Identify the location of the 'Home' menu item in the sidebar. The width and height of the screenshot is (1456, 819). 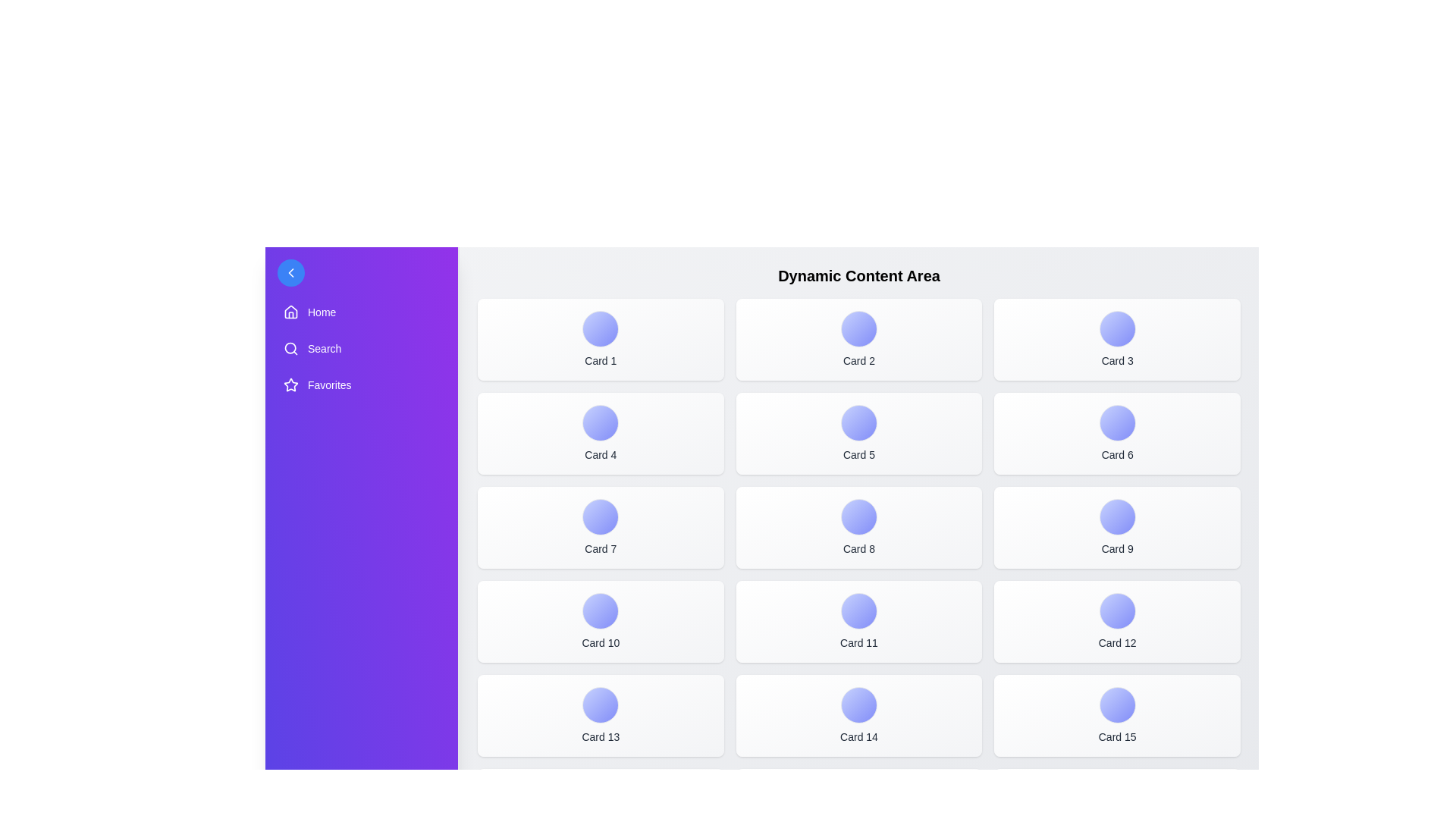
(360, 312).